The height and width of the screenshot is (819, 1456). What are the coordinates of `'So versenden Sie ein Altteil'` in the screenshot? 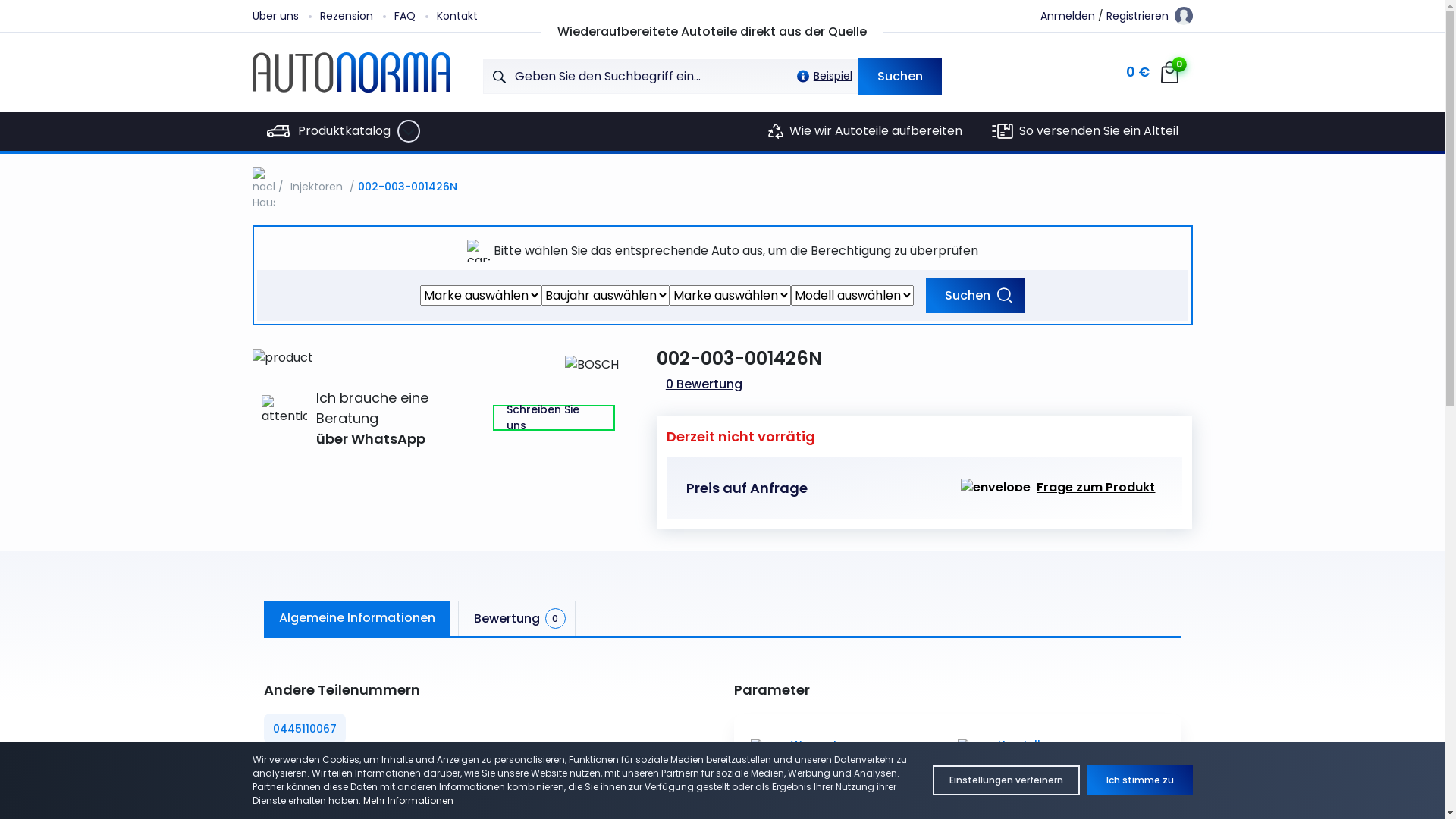 It's located at (977, 130).